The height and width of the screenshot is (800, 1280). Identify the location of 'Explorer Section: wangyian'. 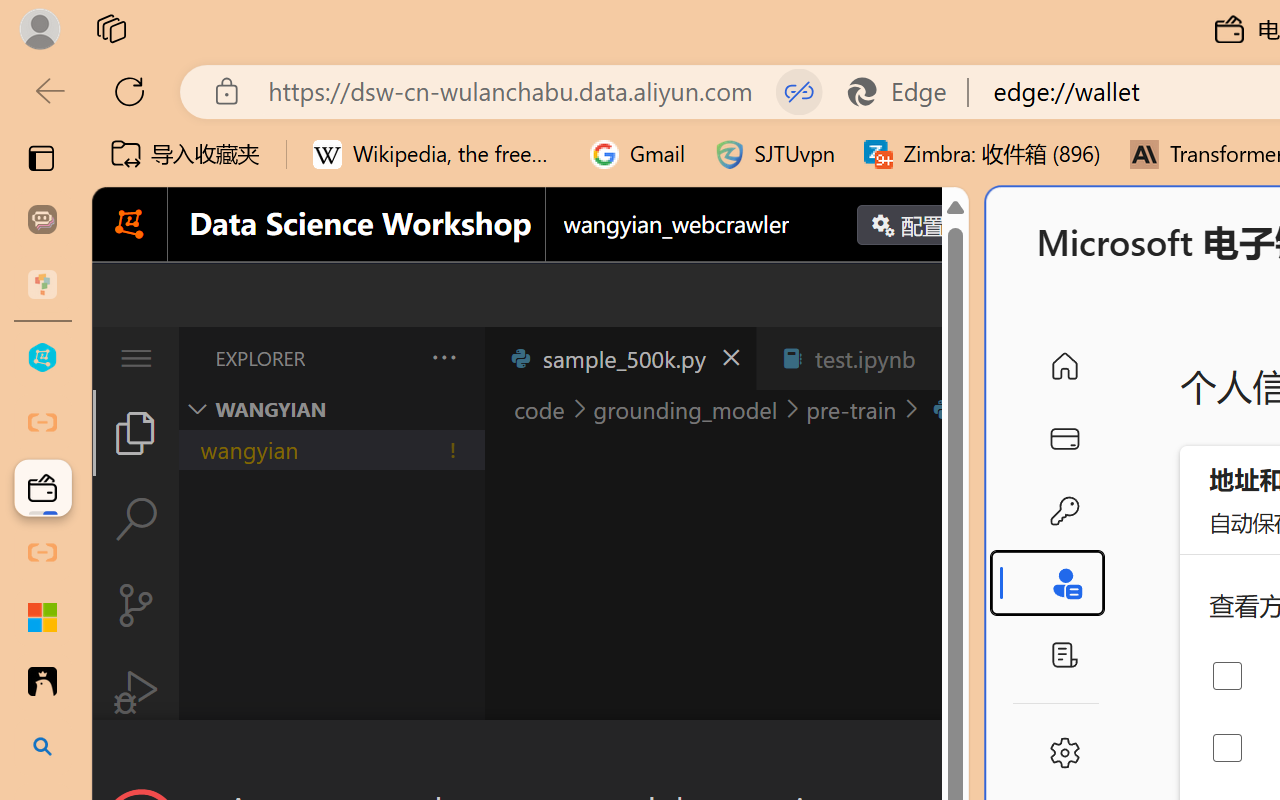
(331, 409).